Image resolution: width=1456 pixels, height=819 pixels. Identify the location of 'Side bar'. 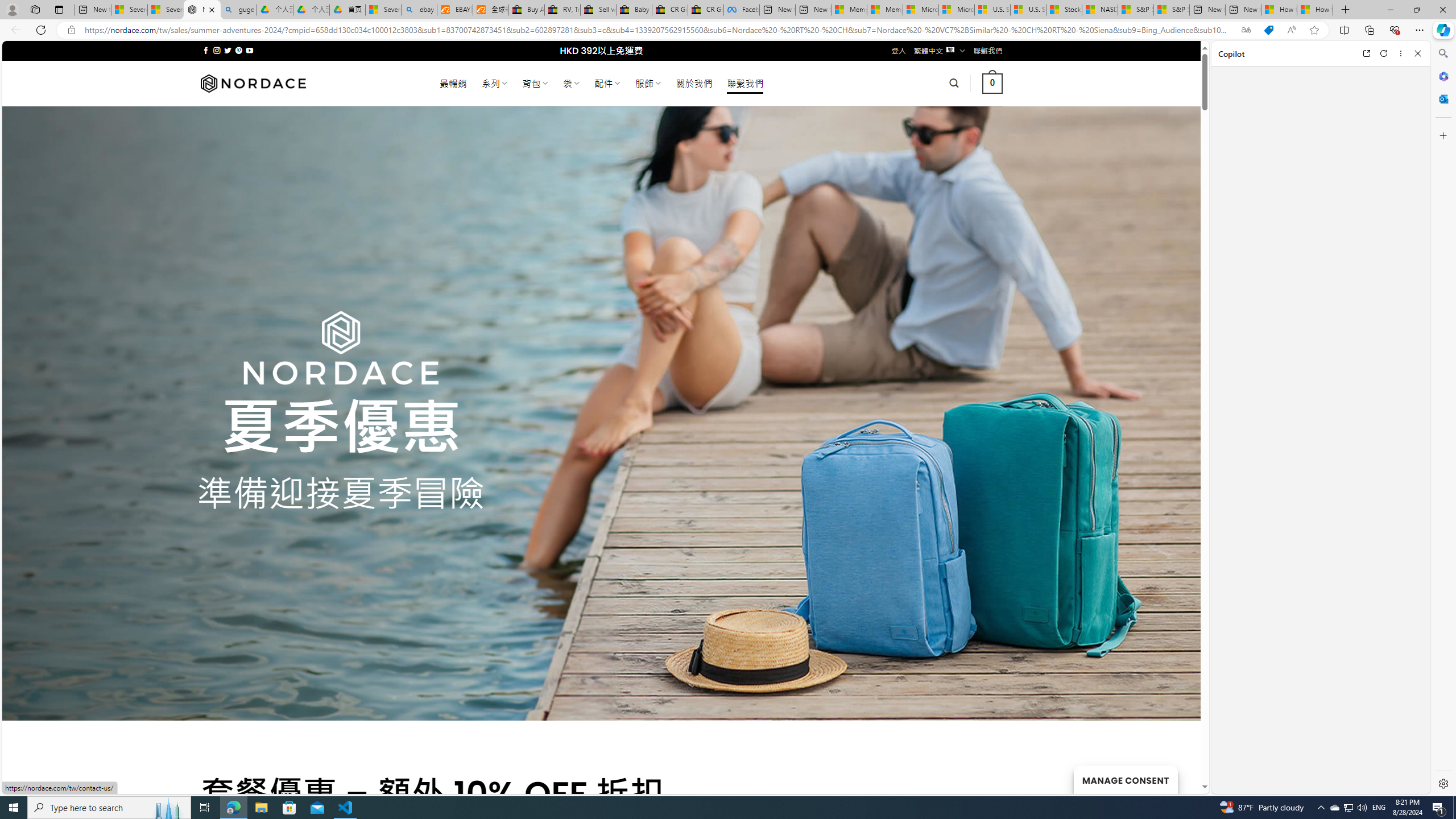
(1443, 418).